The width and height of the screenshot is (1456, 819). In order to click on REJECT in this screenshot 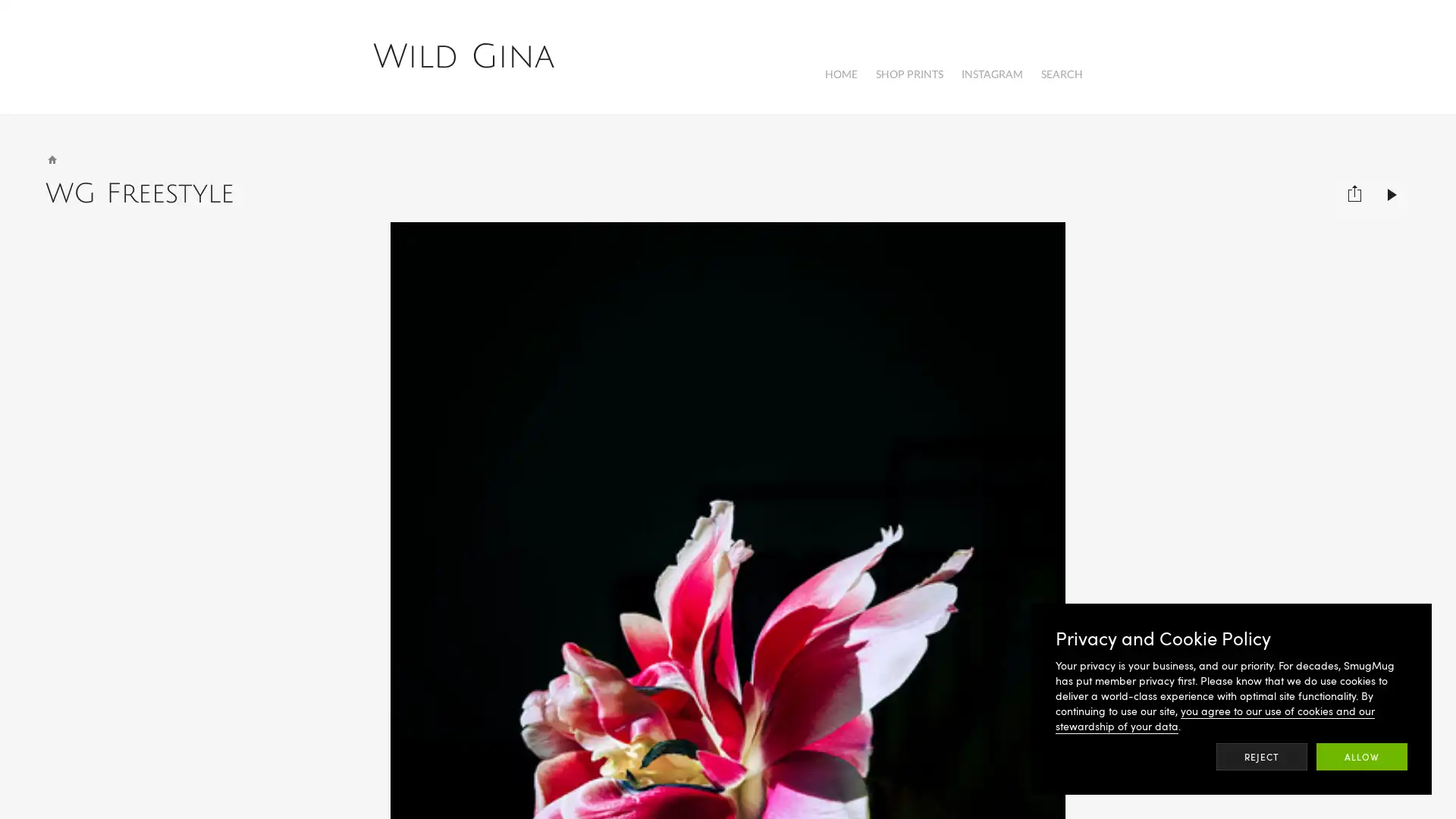, I will do `click(1262, 757)`.